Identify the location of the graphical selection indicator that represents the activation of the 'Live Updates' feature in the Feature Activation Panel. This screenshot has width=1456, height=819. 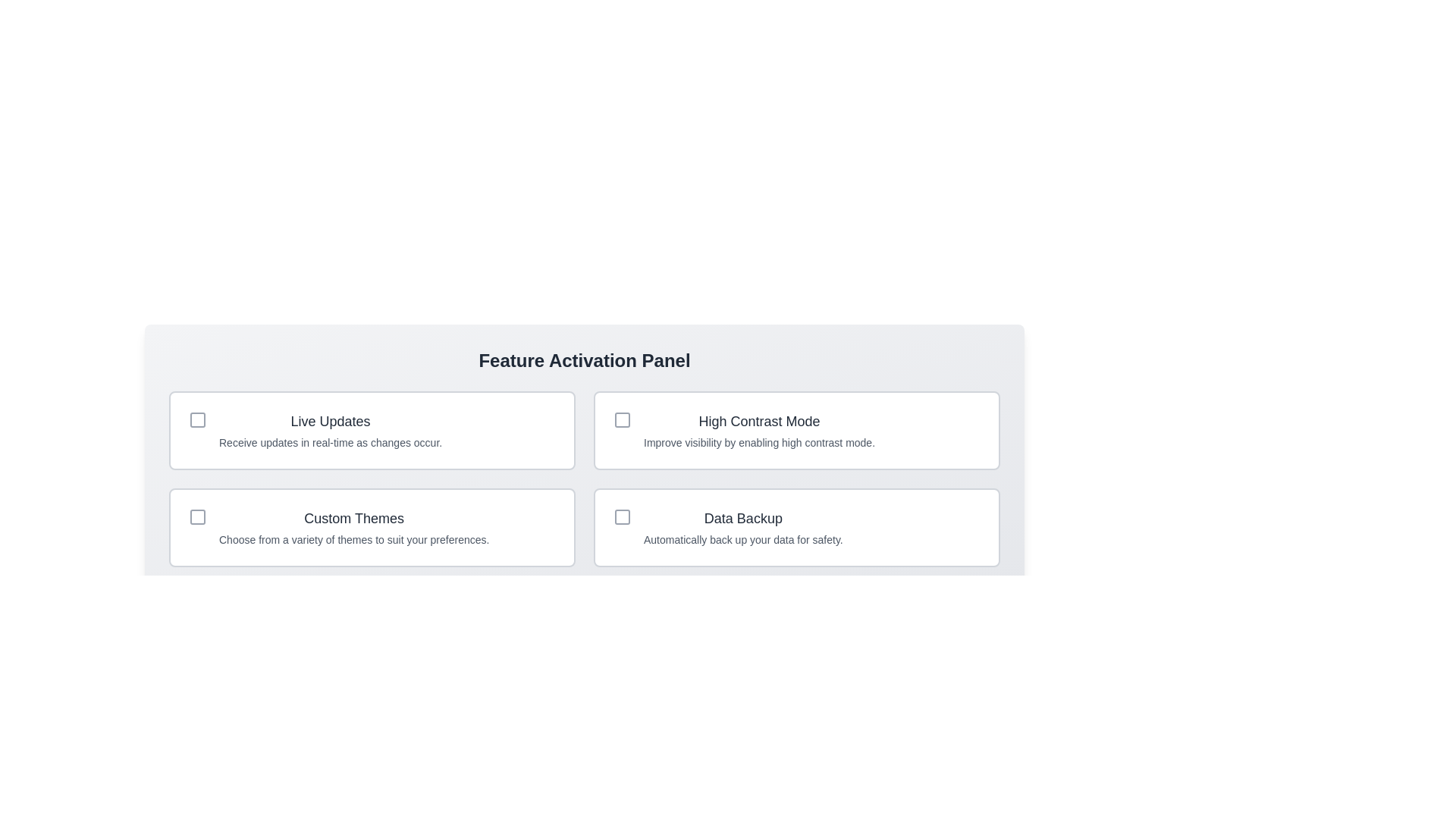
(196, 420).